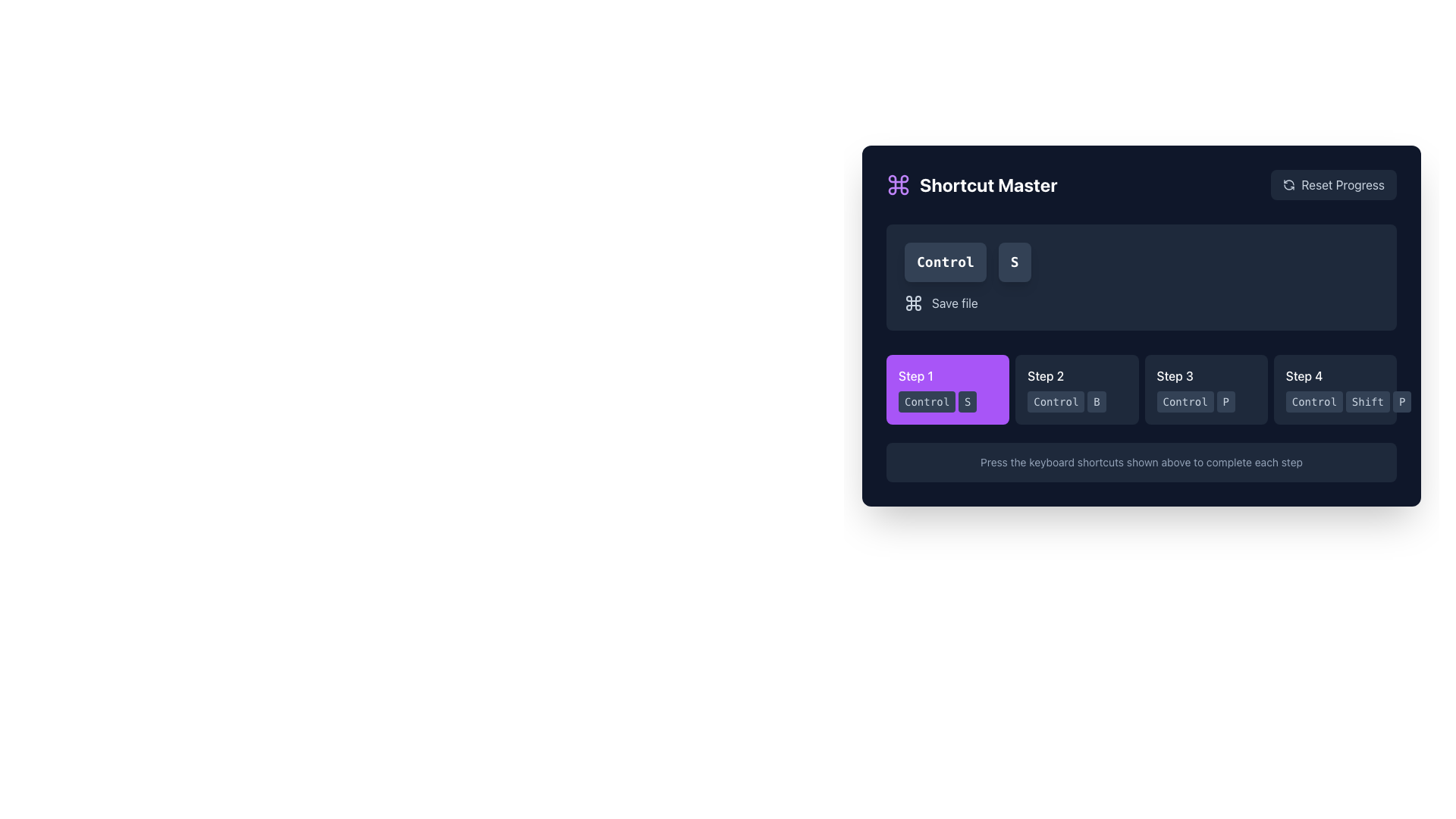 The width and height of the screenshot is (1456, 819). What do you see at coordinates (946, 400) in the screenshot?
I see `the 'Control' and 'S' buttons in the lower left corner of the 'Step 1' area, which is marked with a purple background` at bounding box center [946, 400].